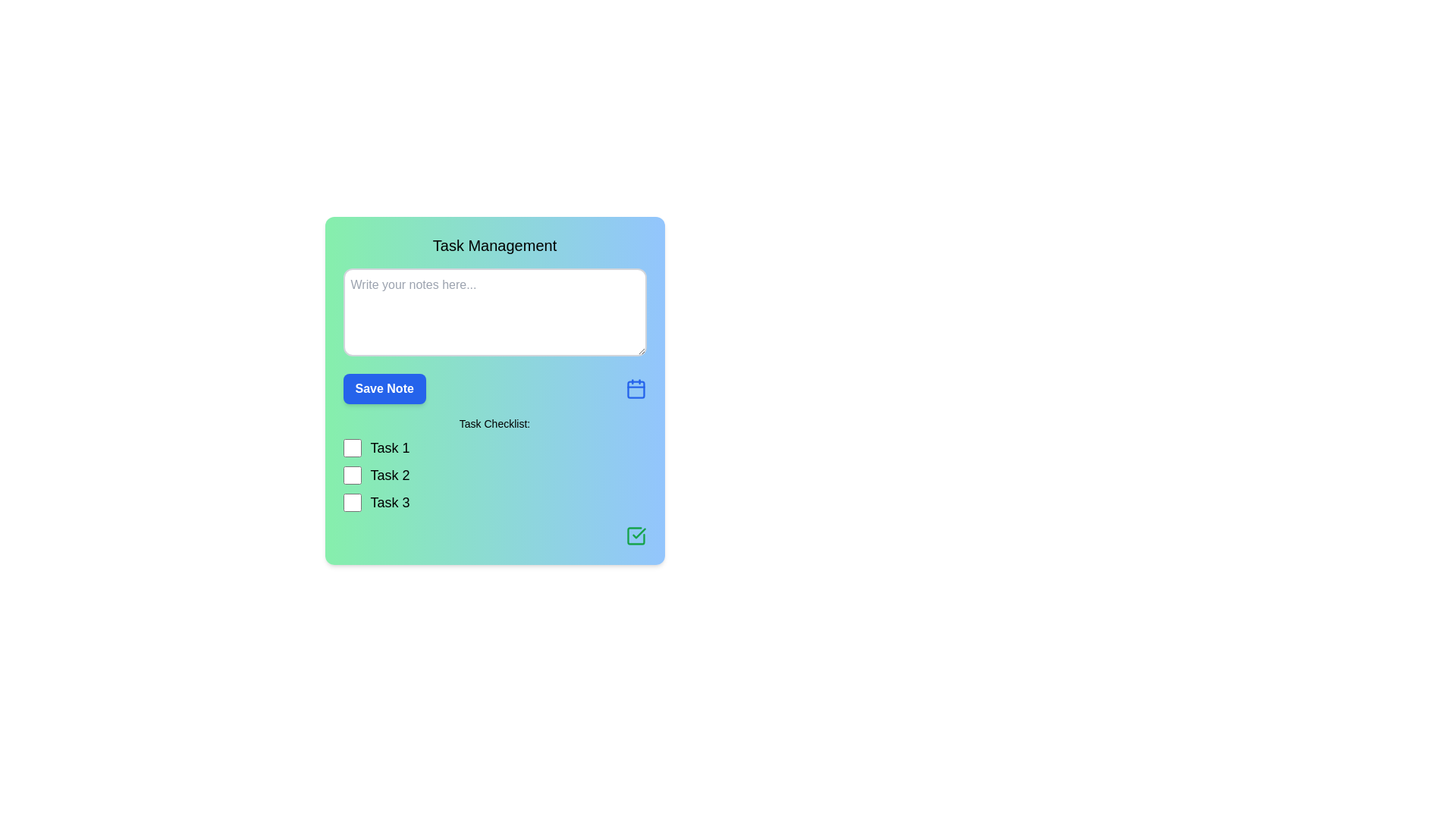  What do you see at coordinates (635, 389) in the screenshot?
I see `the rounded rectangle within the blue calendar icon, which is positioned near the top right of the interface above the 'Task Checklist.'` at bounding box center [635, 389].